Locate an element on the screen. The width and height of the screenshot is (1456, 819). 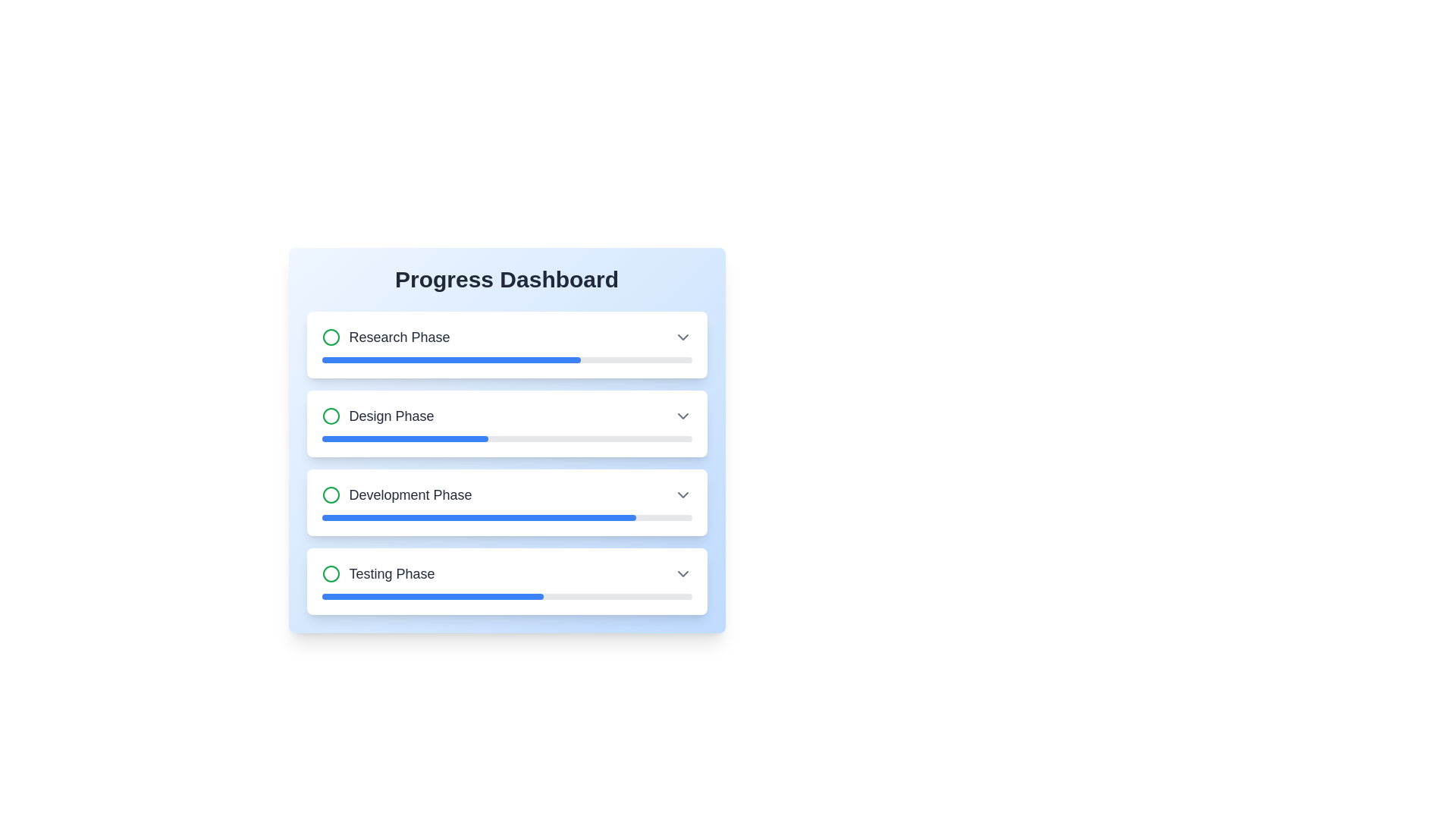
the Dropdown toggle button located at the far right of the 'Development Phase' section header to trigger stylistic changes is located at coordinates (682, 494).